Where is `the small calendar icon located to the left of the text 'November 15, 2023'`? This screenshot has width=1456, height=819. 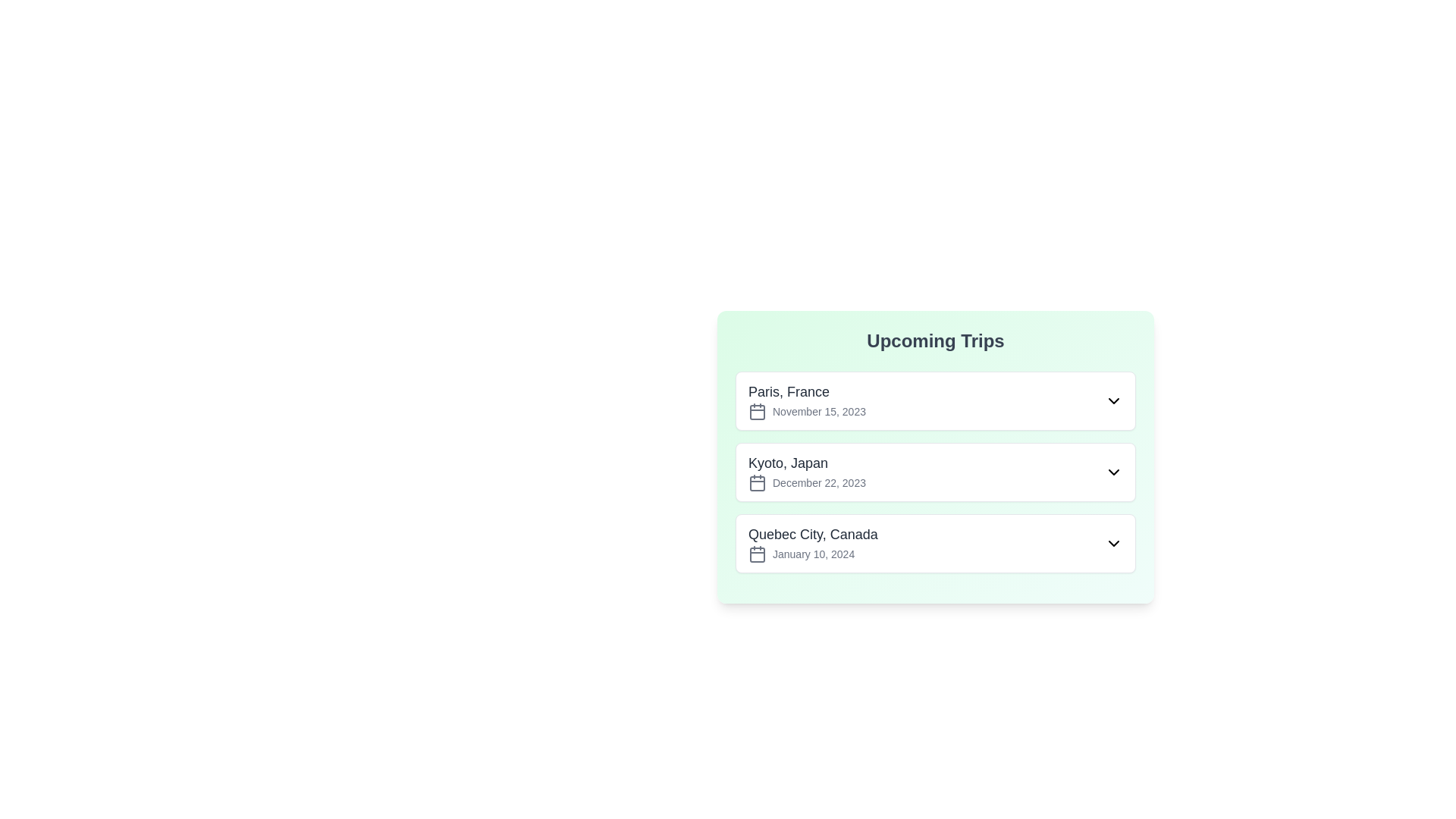 the small calendar icon located to the left of the text 'November 15, 2023' is located at coordinates (757, 412).